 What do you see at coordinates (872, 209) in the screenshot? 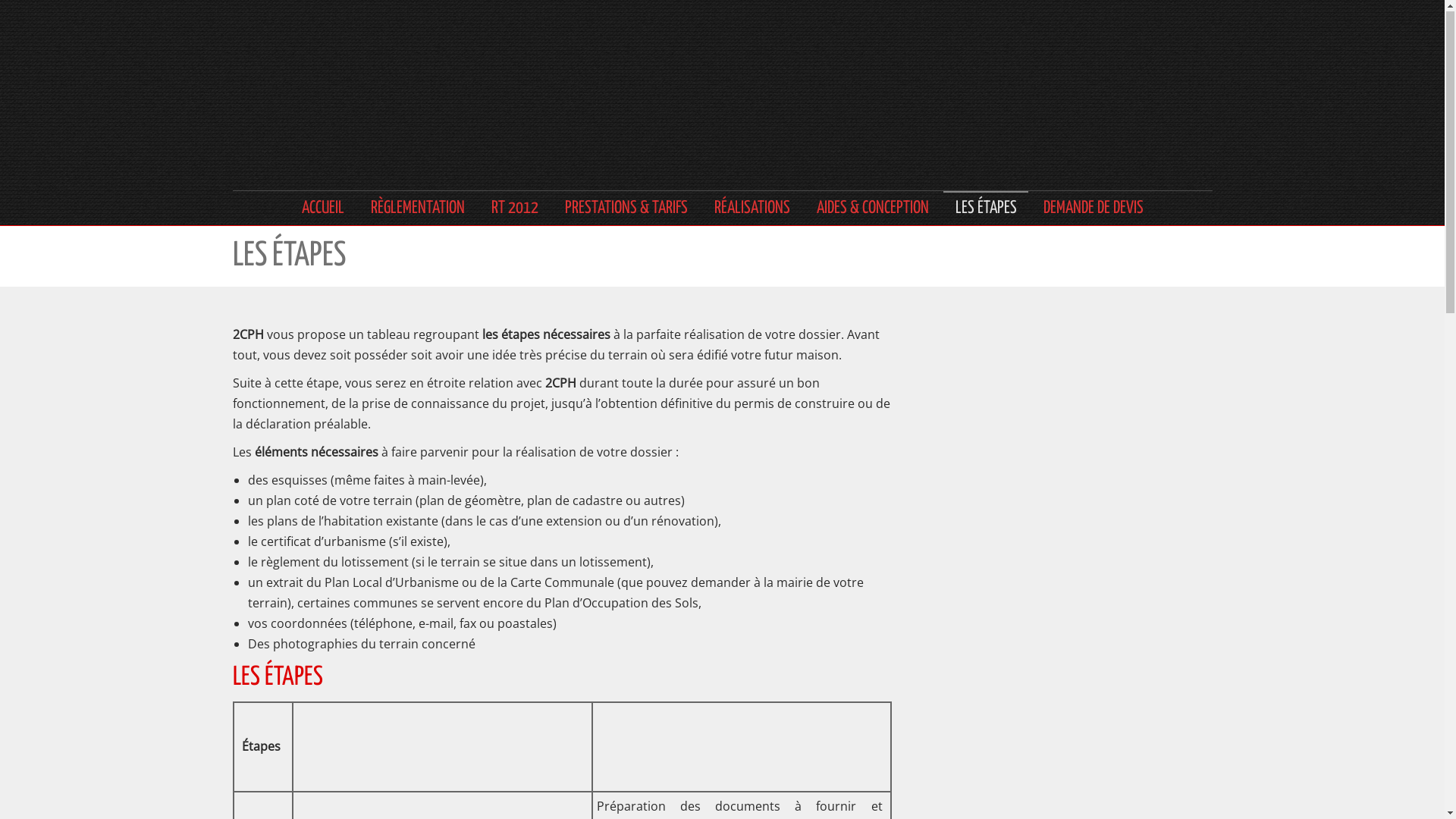
I see `'AIDES & CONCEPTION'` at bounding box center [872, 209].